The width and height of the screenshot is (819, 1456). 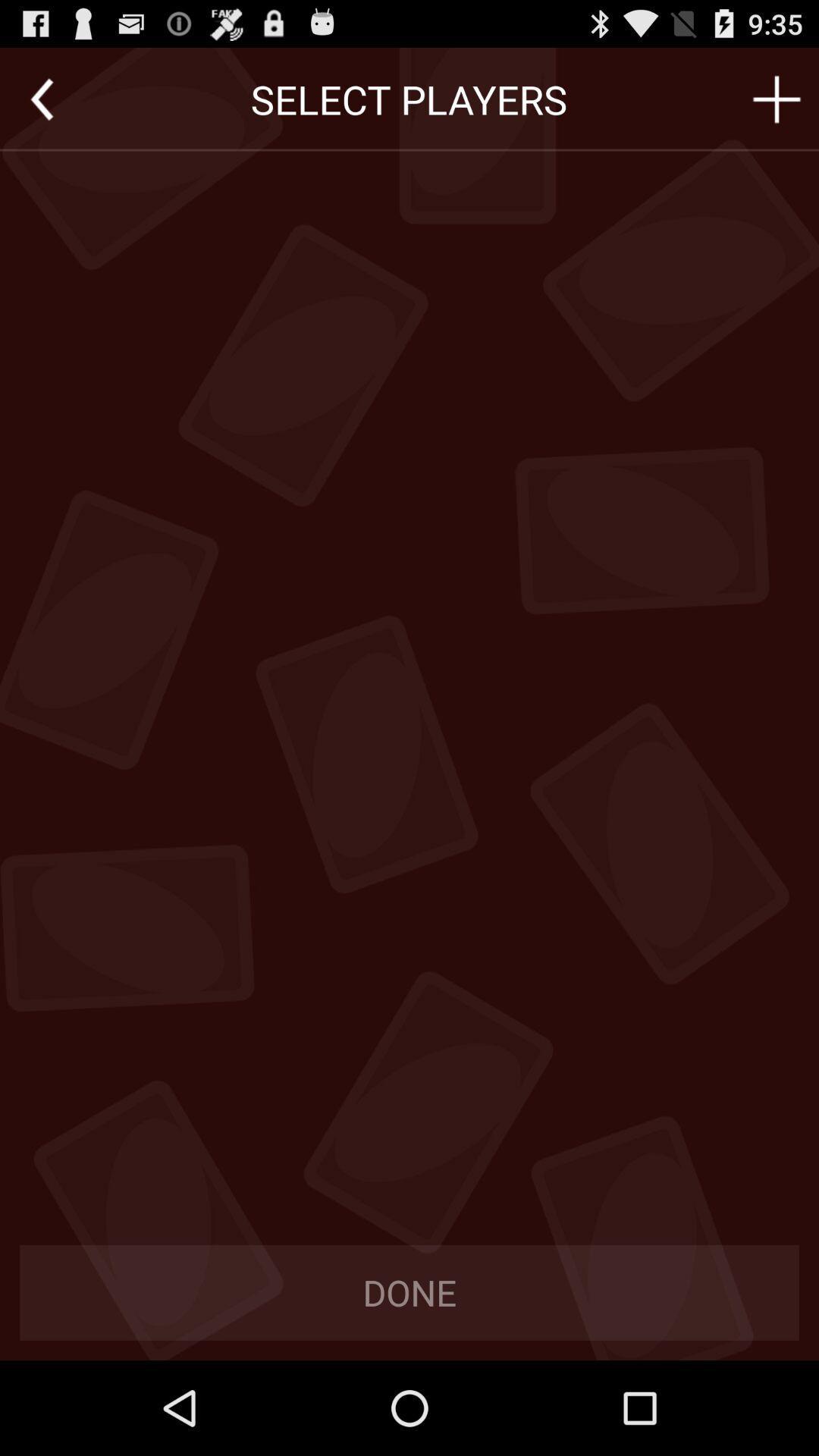 I want to click on go back, so click(x=41, y=99).